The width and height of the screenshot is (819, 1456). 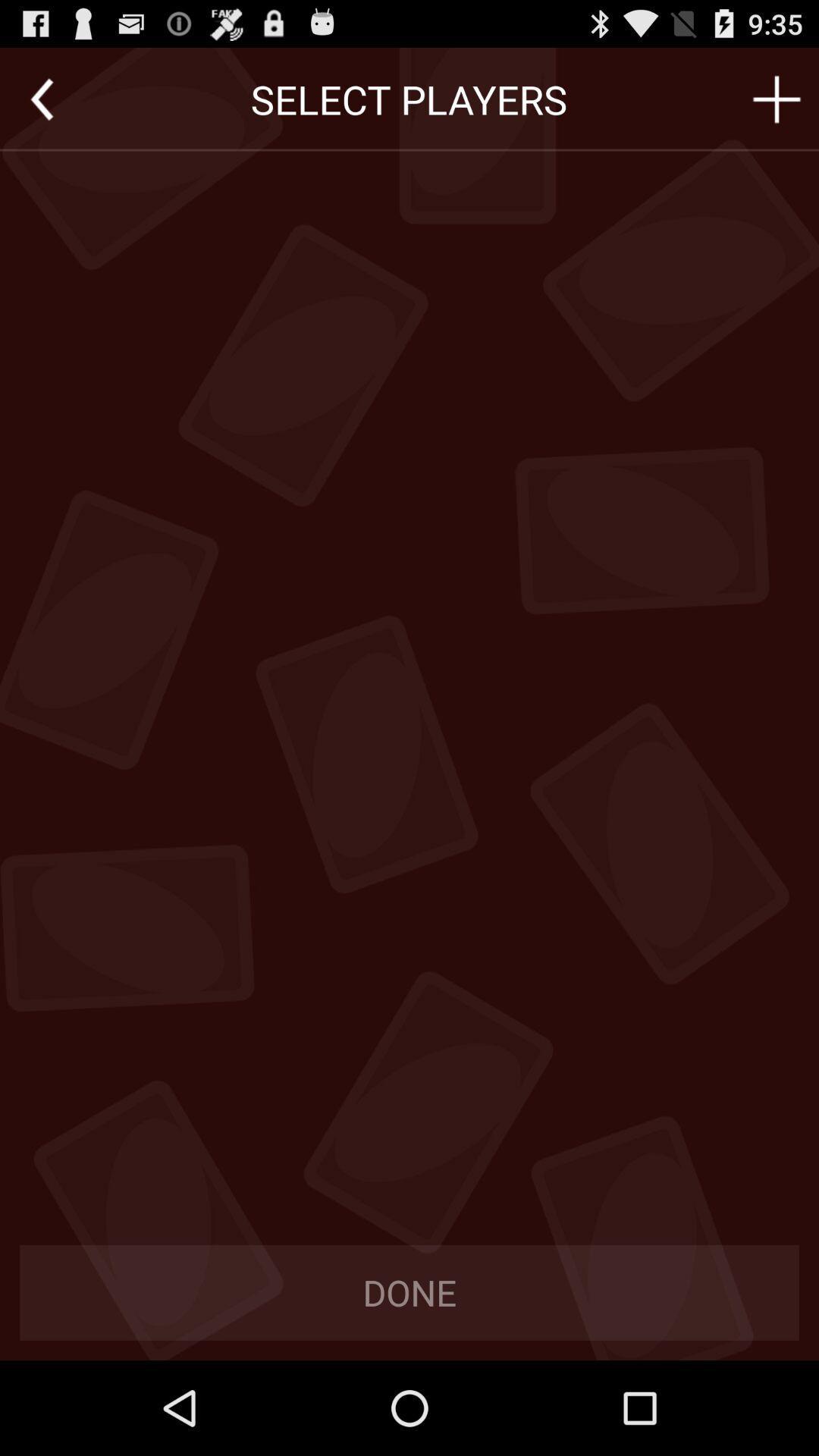 I want to click on go back, so click(x=41, y=99).